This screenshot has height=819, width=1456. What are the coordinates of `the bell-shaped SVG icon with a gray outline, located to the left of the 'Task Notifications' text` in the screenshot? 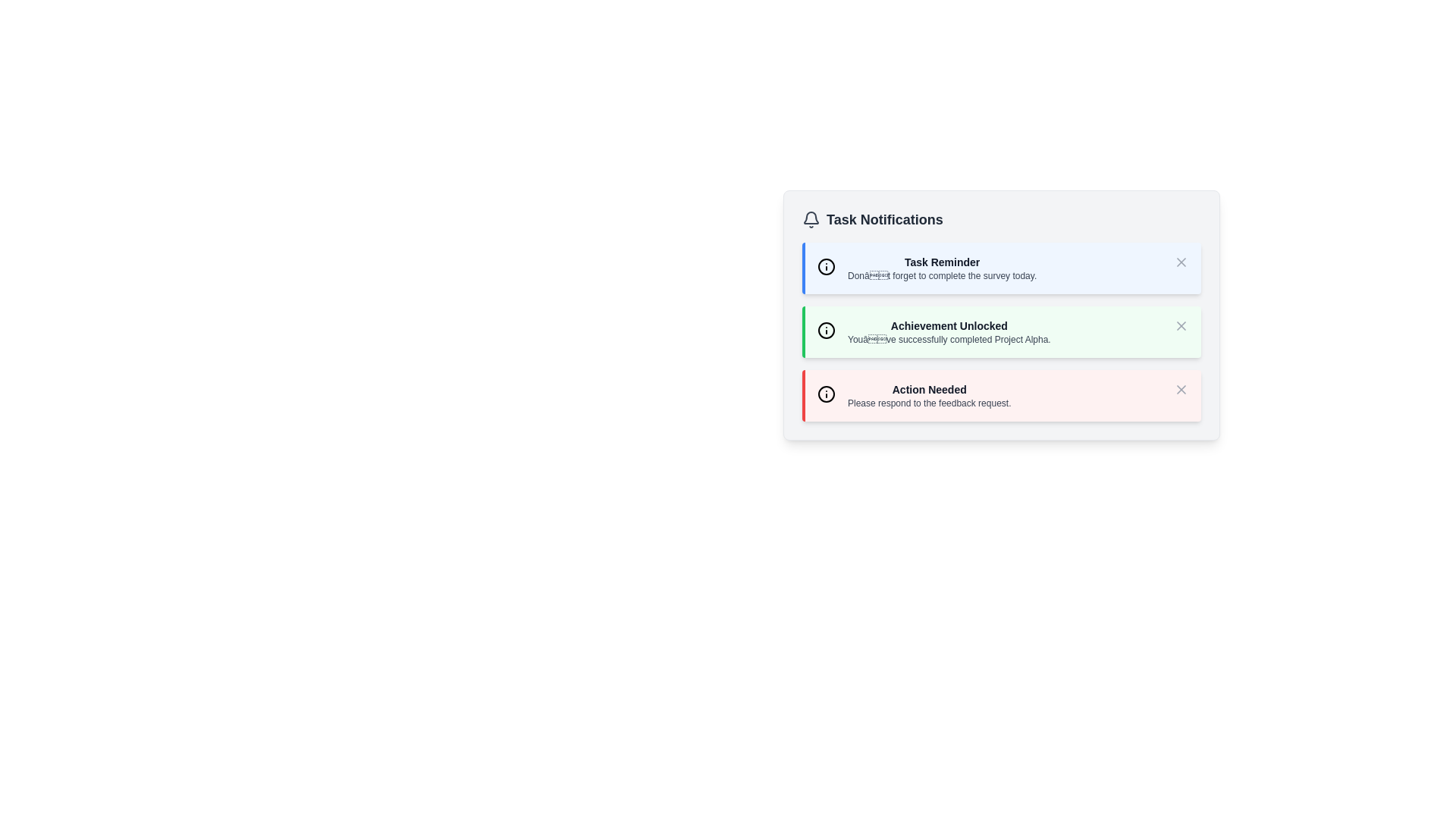 It's located at (811, 219).